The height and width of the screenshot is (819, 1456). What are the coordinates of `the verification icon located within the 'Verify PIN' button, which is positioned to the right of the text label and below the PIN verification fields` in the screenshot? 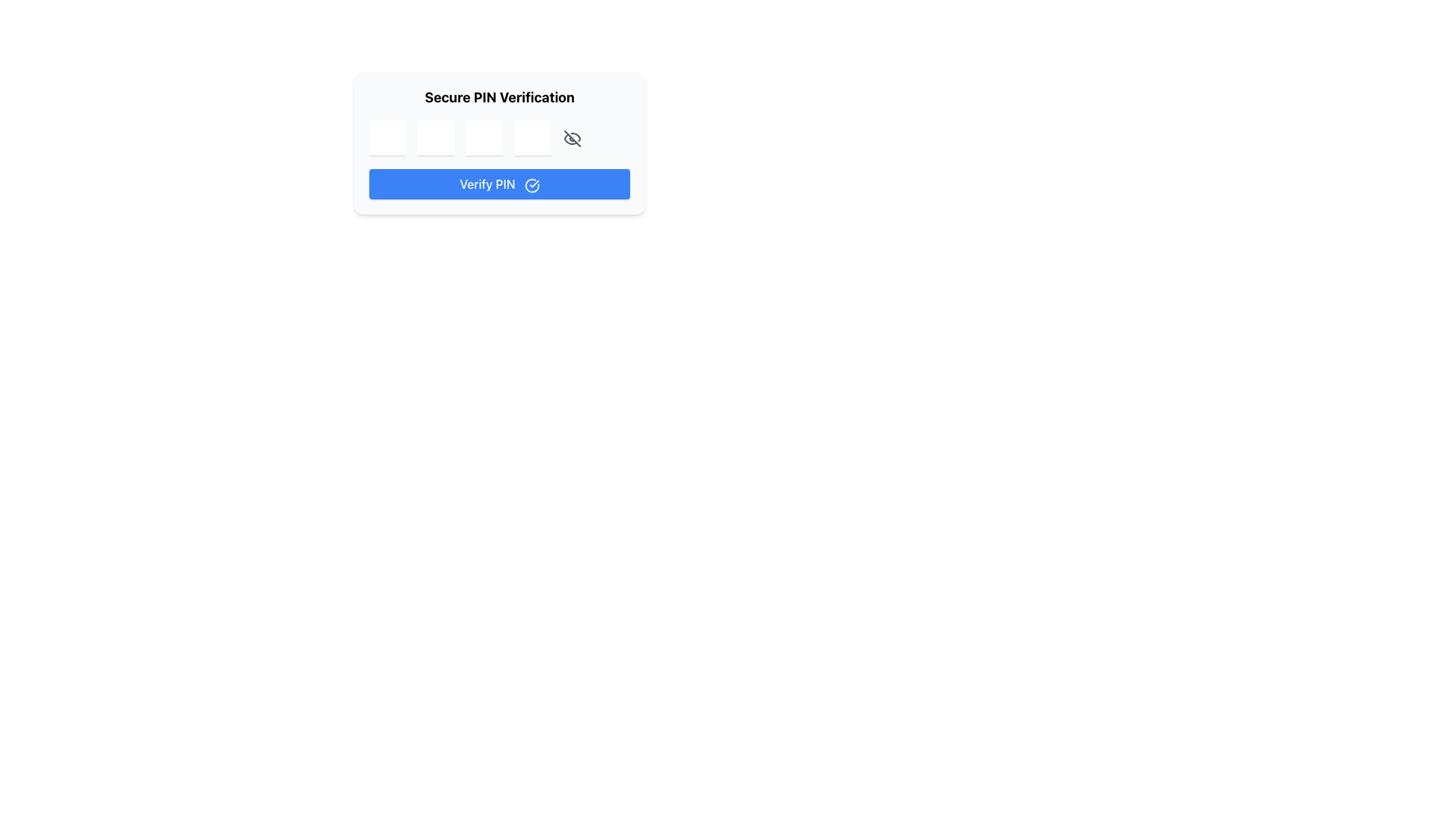 It's located at (532, 184).